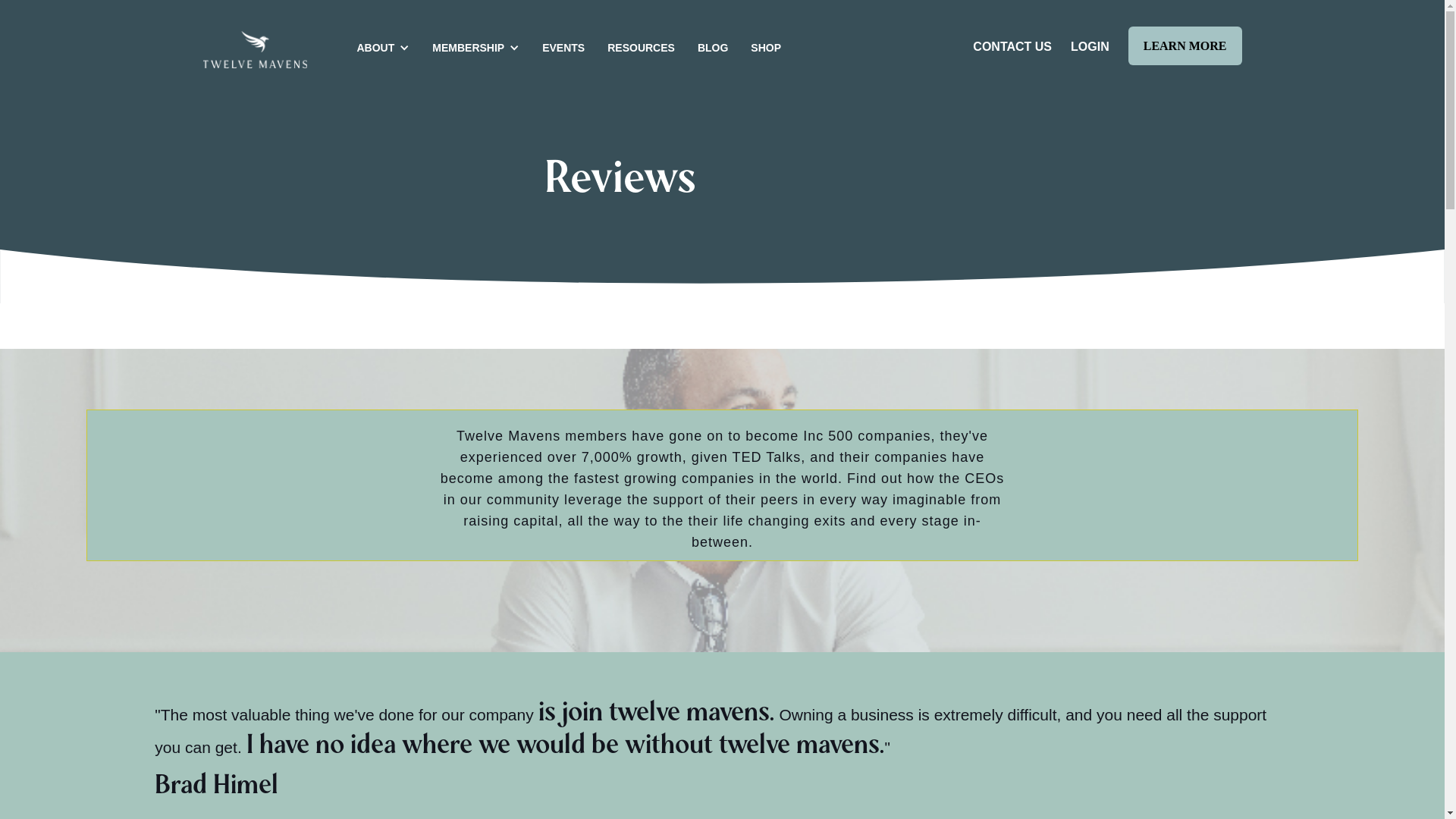  What do you see at coordinates (761, 45) in the screenshot?
I see `'SHOP'` at bounding box center [761, 45].